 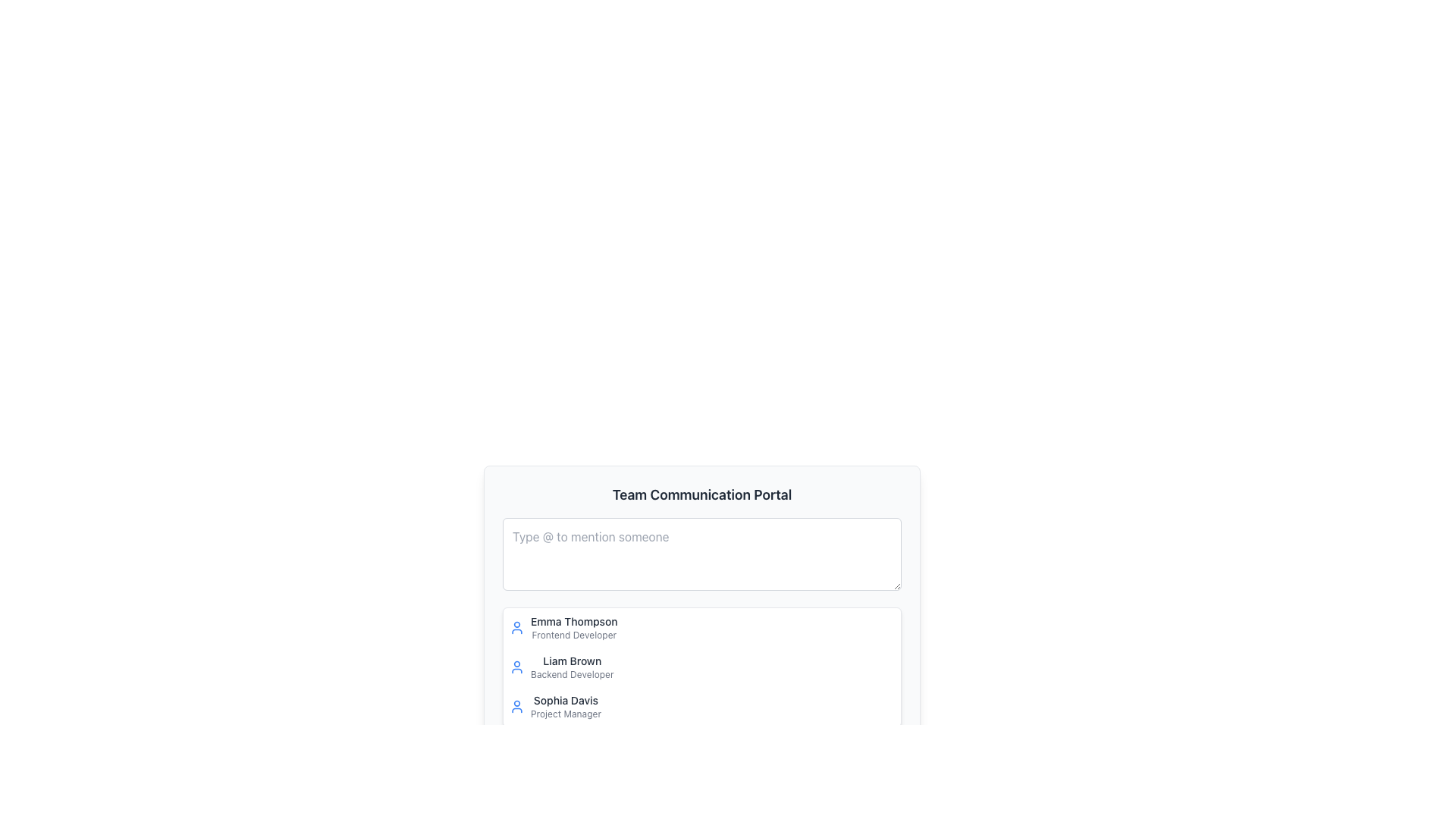 What do you see at coordinates (701, 666) in the screenshot?
I see `the list item displaying the user 'Liam Brown - Backend Developer'` at bounding box center [701, 666].